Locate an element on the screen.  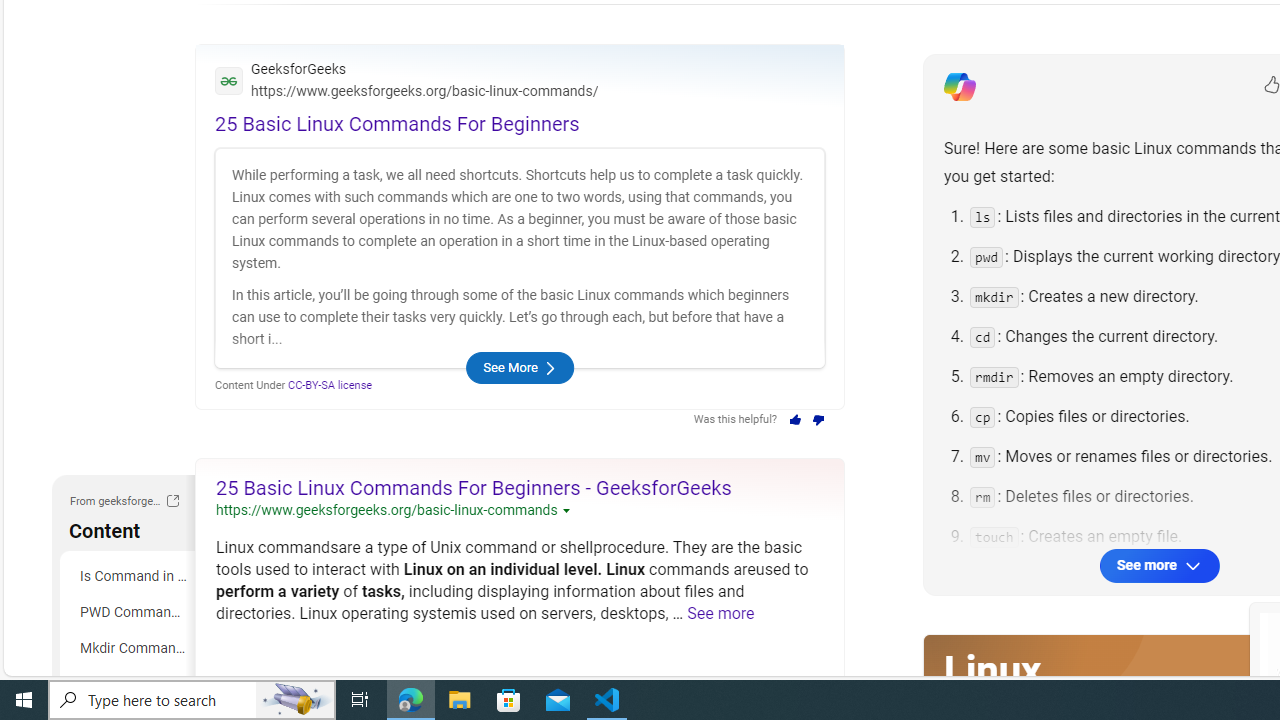
'From geeksforgeeks.org' is located at coordinates (172, 500).